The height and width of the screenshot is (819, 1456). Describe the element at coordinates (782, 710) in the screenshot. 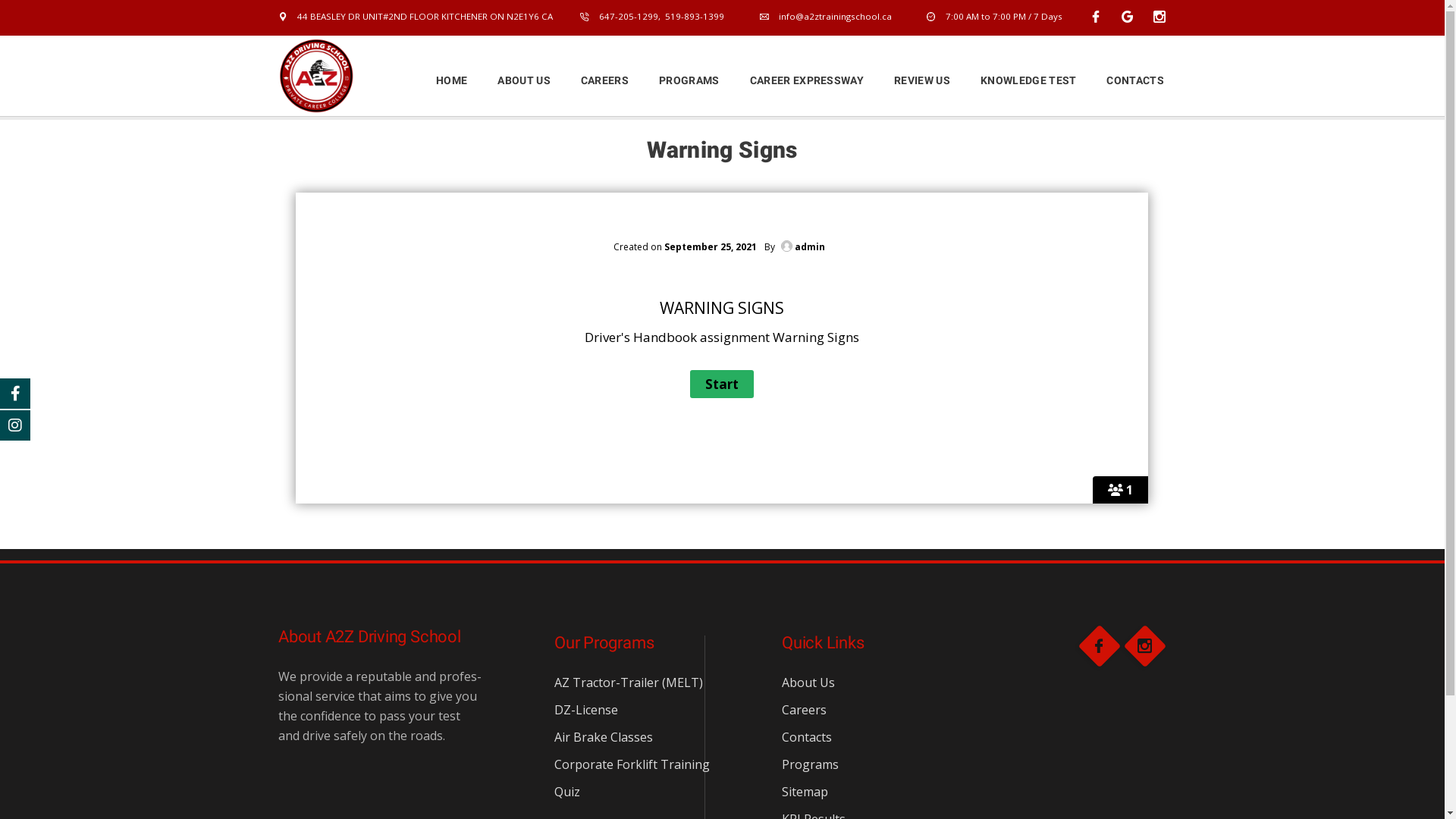

I see `'Careers'` at that location.